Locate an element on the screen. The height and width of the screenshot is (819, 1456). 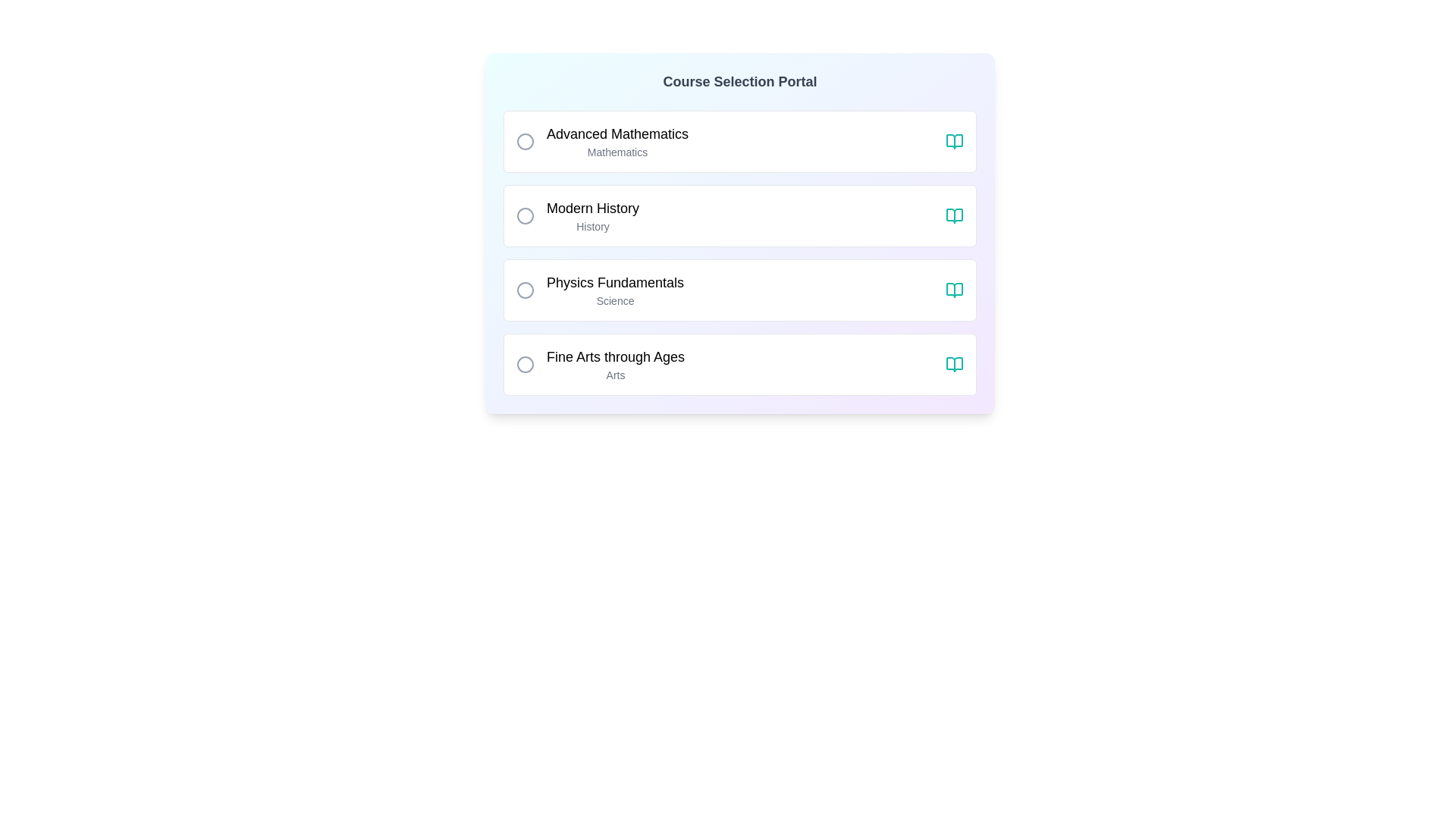
the radio button indicator (circle) located to the left of the 'Advanced Mathematics' text label is located at coordinates (525, 141).